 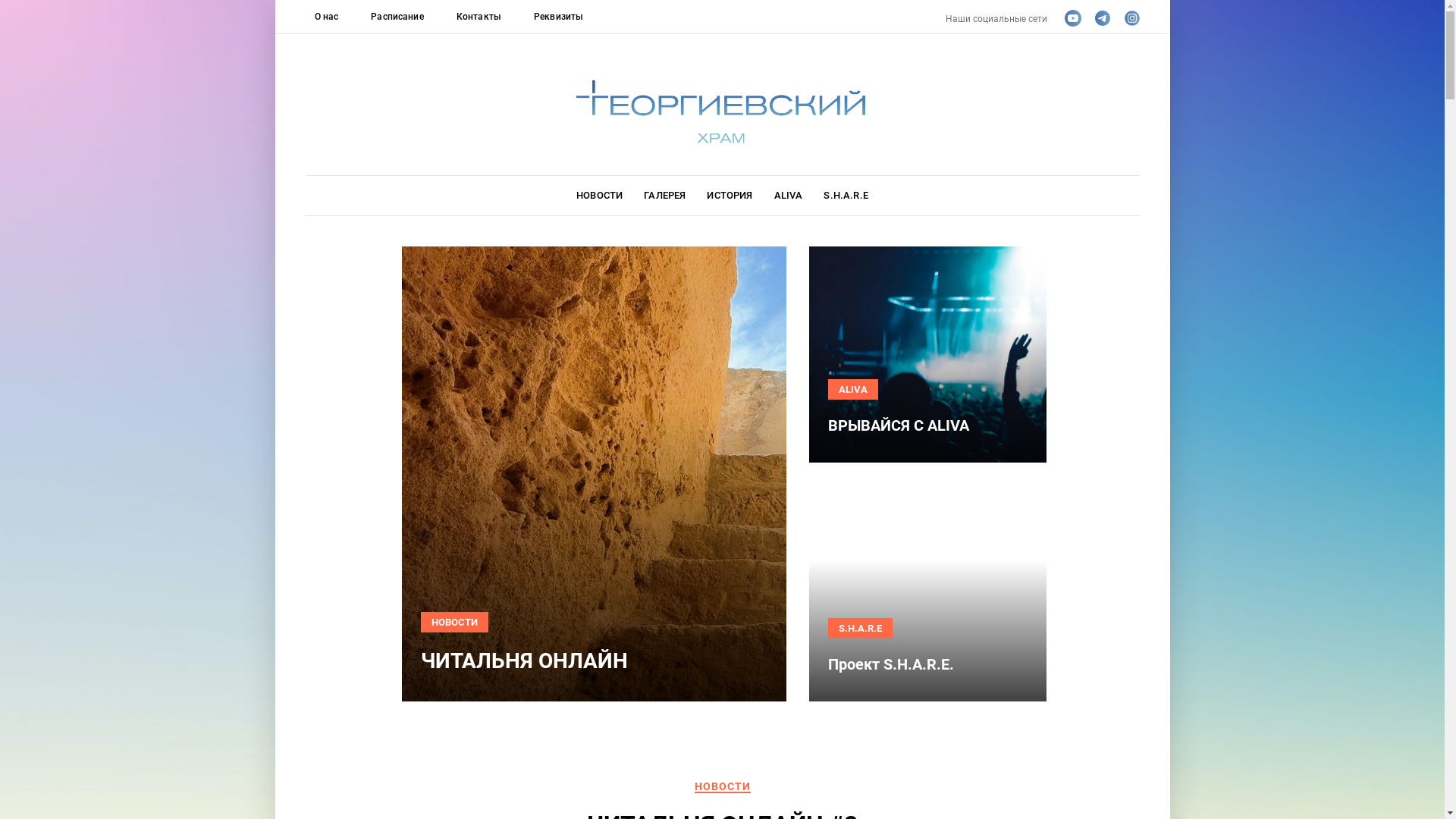 I want to click on 'S.H.A.R.E', so click(x=844, y=195).